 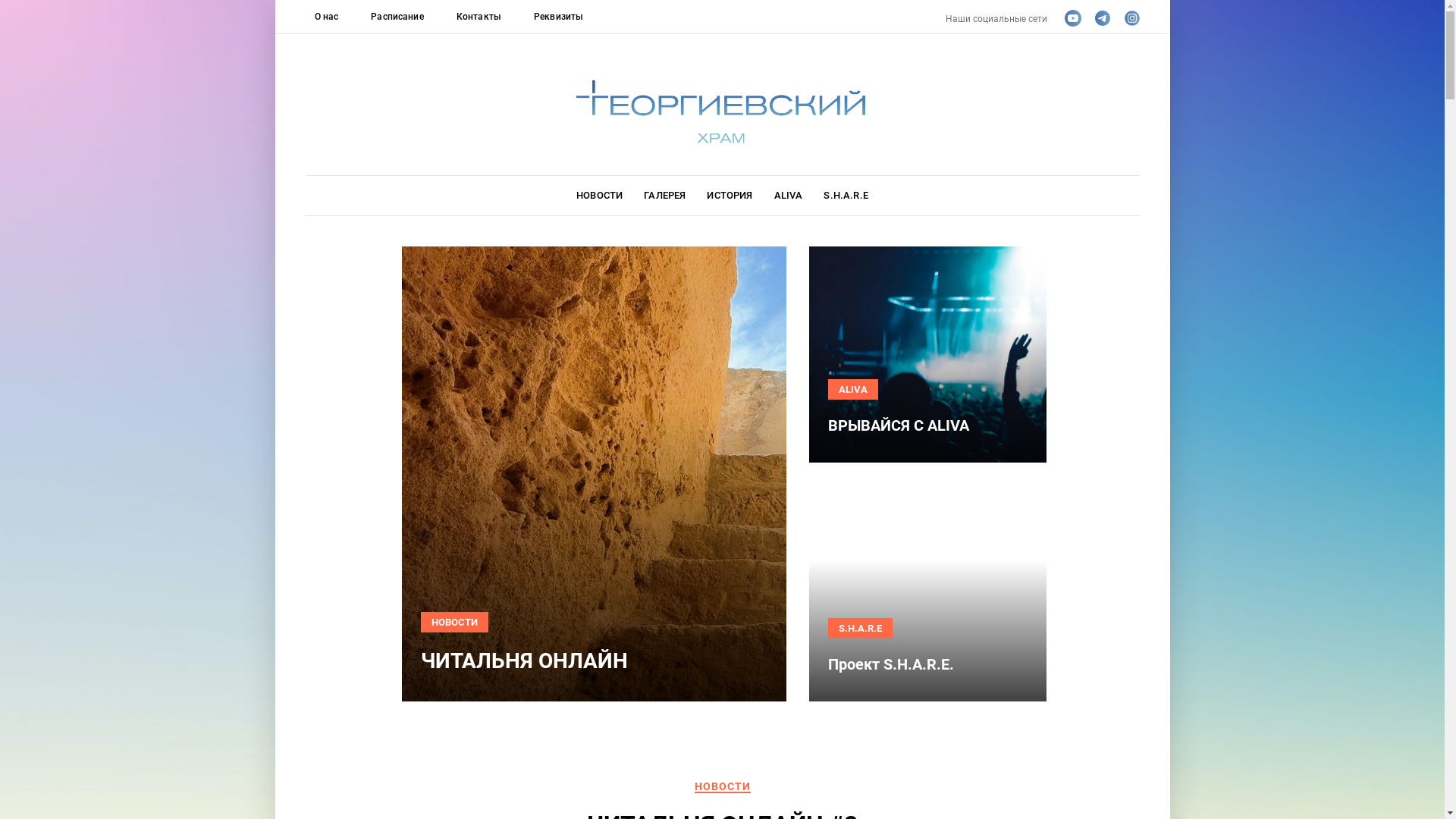 I want to click on 'S.H.A.R.E', so click(x=844, y=195).